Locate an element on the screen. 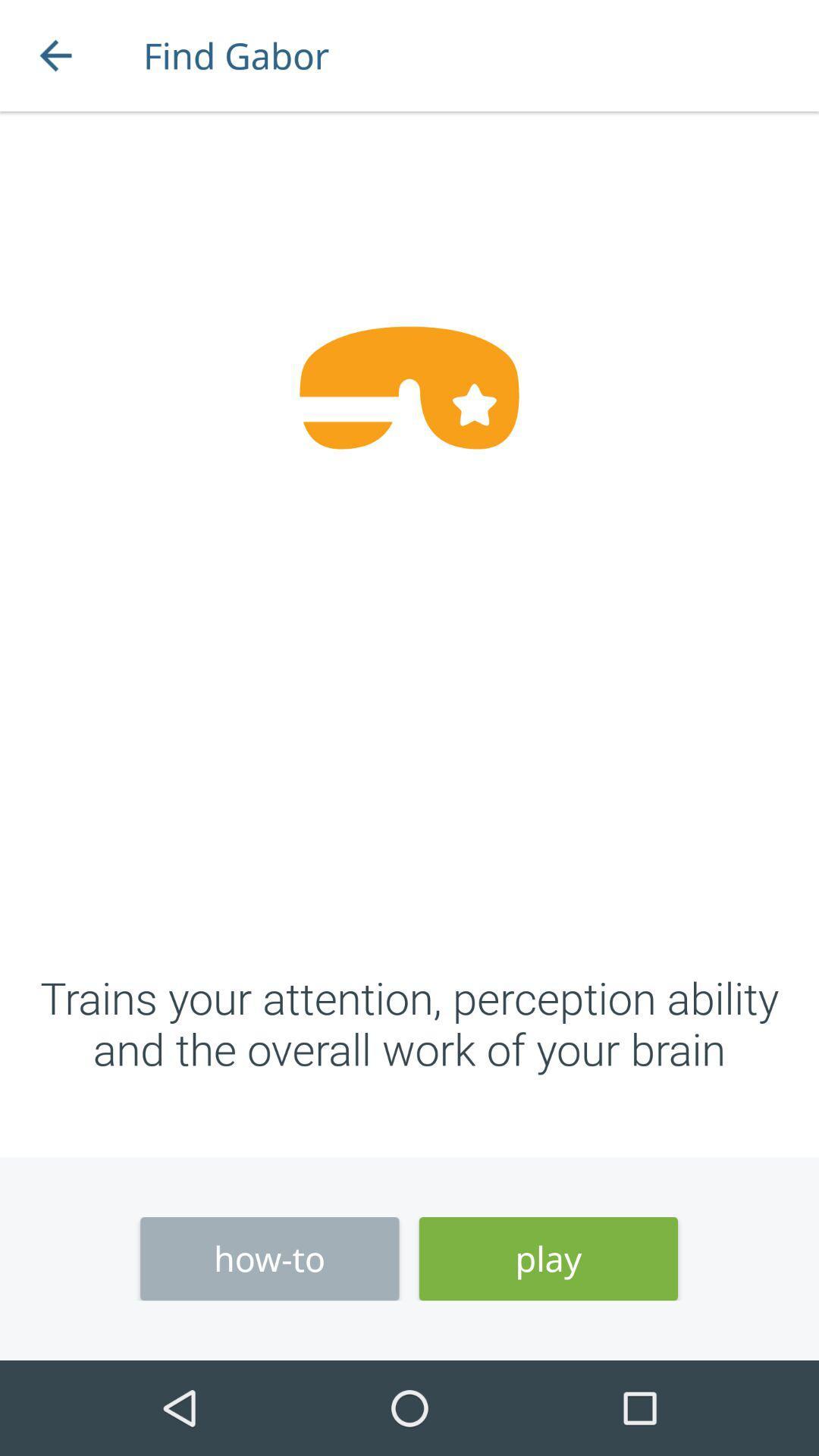 Image resolution: width=819 pixels, height=1456 pixels. icon at the bottom left corner is located at coordinates (268, 1259).